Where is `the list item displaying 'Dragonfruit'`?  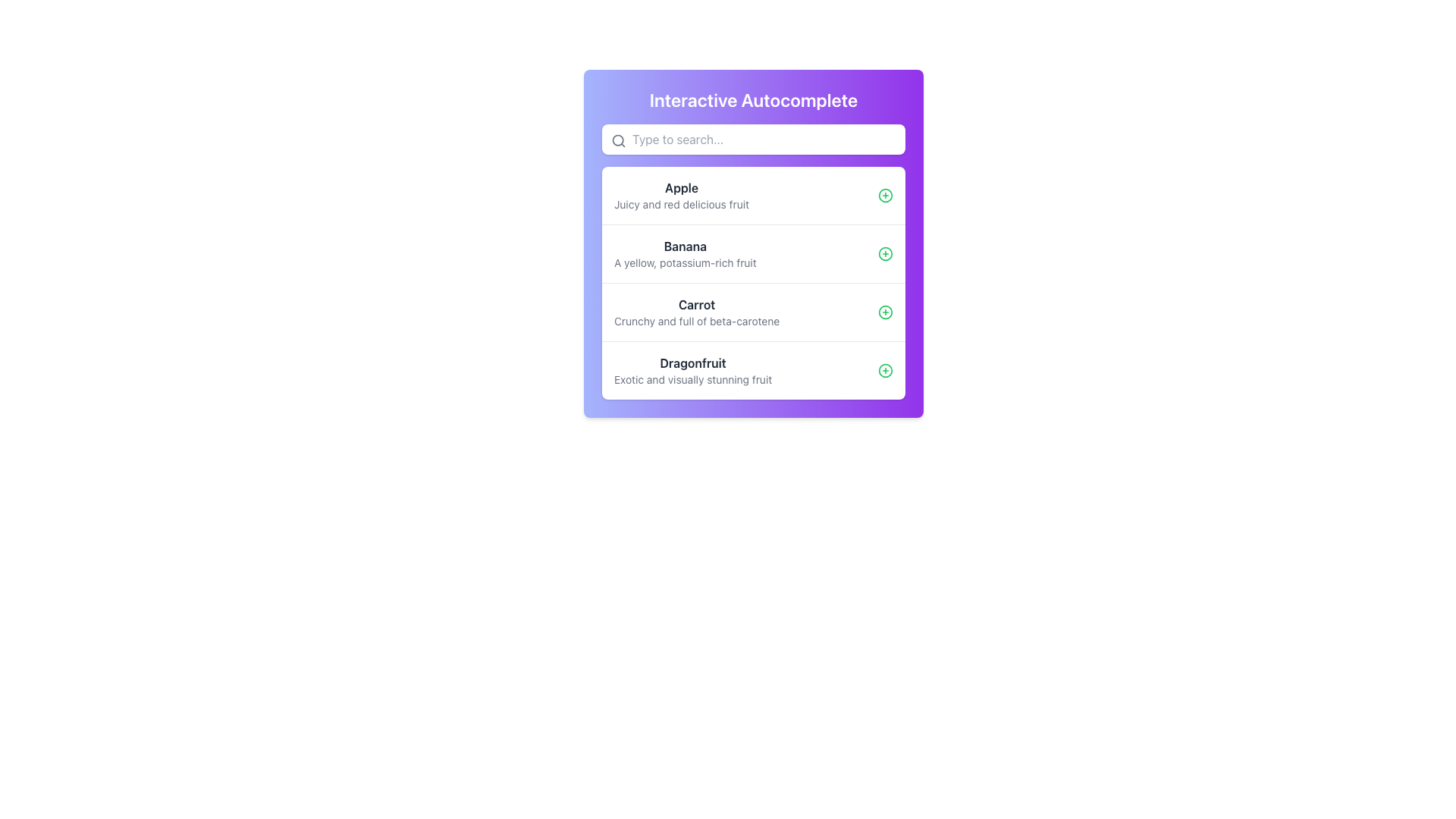
the list item displaying 'Dragonfruit' is located at coordinates (753, 370).